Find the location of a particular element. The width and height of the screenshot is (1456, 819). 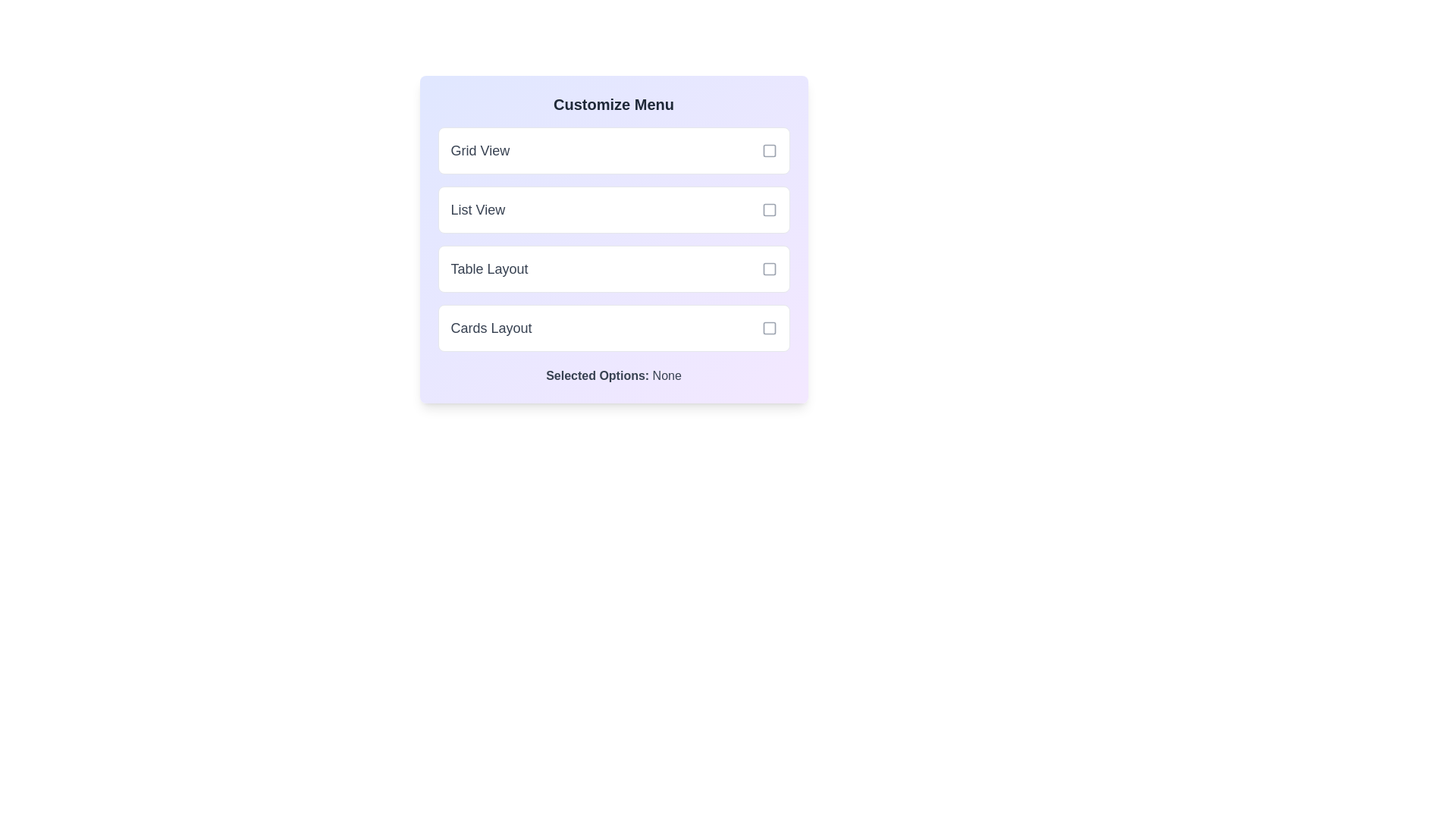

the Checkbox icon, which is a small square with a gray outline located at the far right end of the 'Cards Layout' row in the Customize Menu list is located at coordinates (769, 327).